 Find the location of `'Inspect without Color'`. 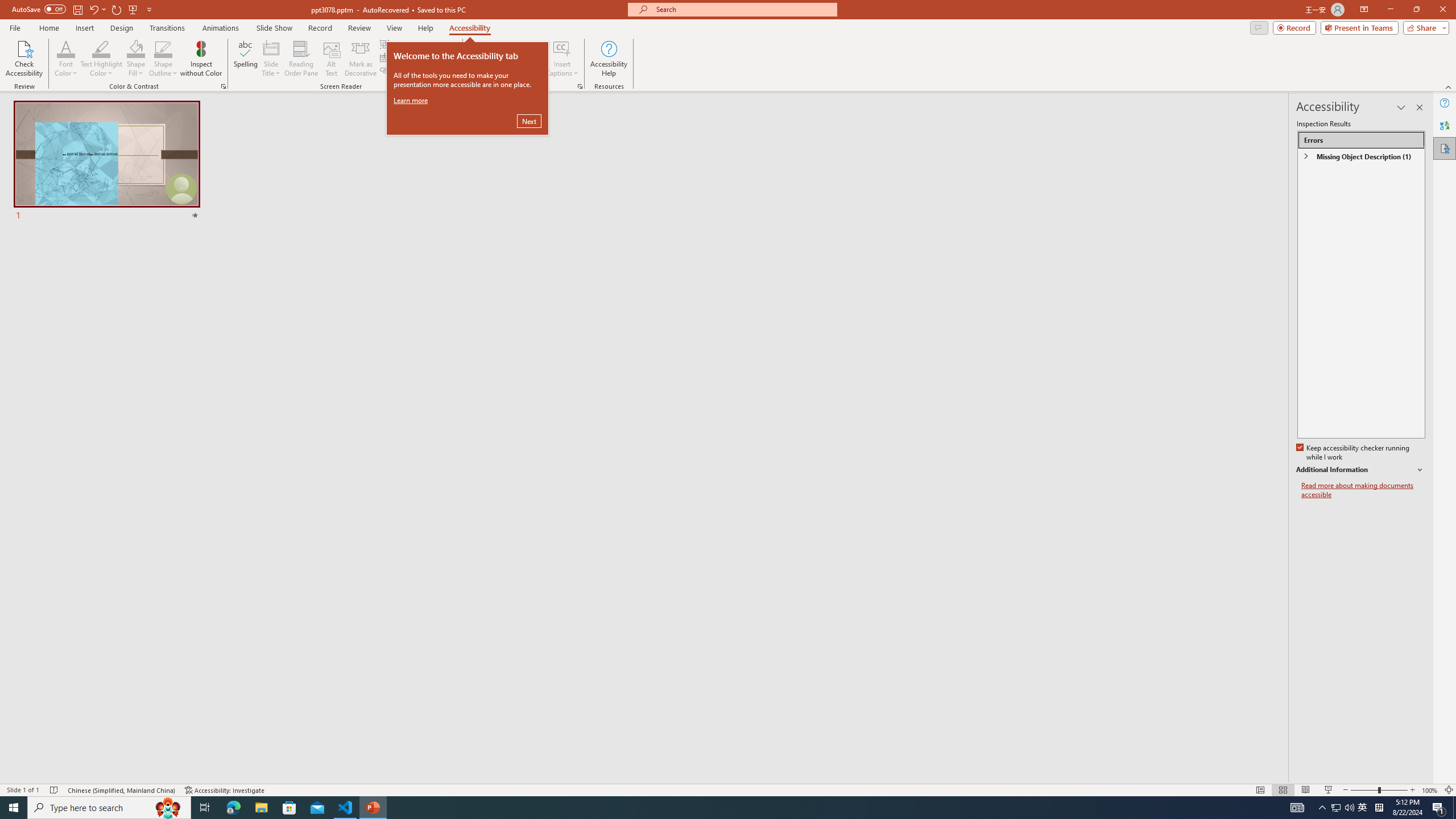

'Inspect without Color' is located at coordinates (201, 59).